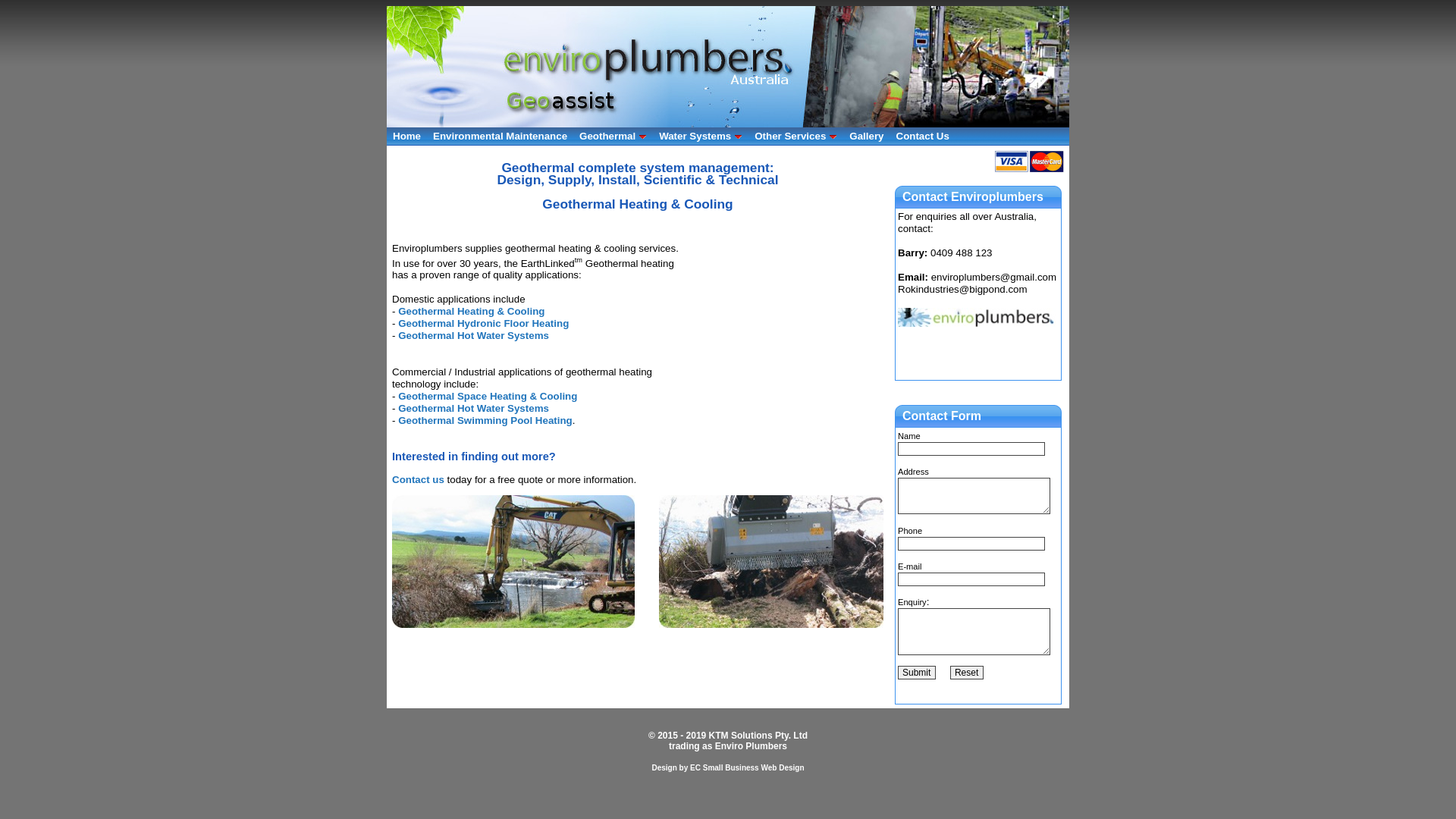 The width and height of the screenshot is (1456, 819). Describe the element at coordinates (482, 322) in the screenshot. I see `'Geothermal Hydronic Floor Heating'` at that location.